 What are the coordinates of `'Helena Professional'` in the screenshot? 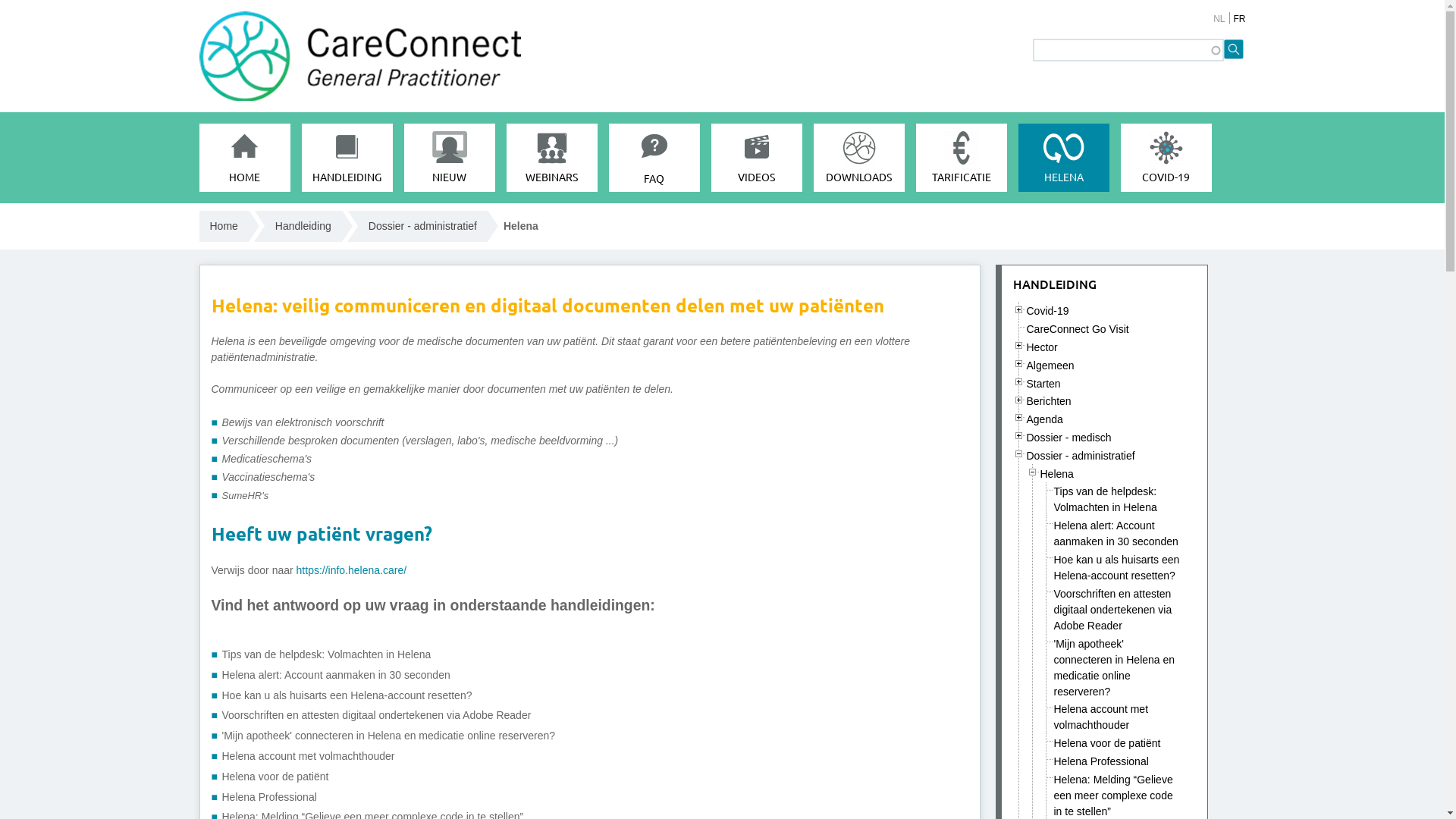 It's located at (268, 795).